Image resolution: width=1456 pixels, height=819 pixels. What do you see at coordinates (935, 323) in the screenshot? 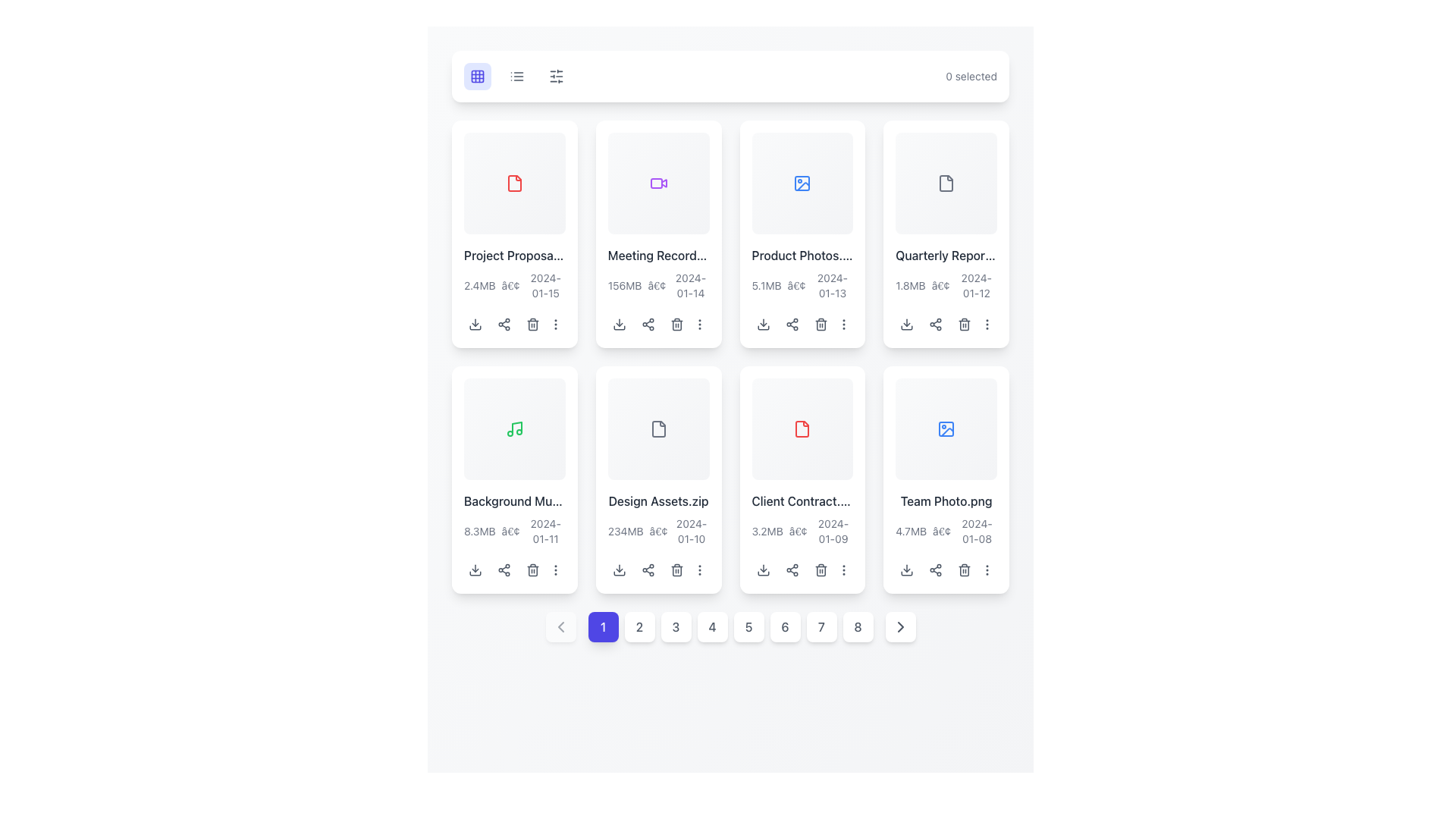
I see `the 'Share' button located in the second position from the left within the row of interactive icons below the 'Quarterly Report.pdf' file tile` at bounding box center [935, 323].